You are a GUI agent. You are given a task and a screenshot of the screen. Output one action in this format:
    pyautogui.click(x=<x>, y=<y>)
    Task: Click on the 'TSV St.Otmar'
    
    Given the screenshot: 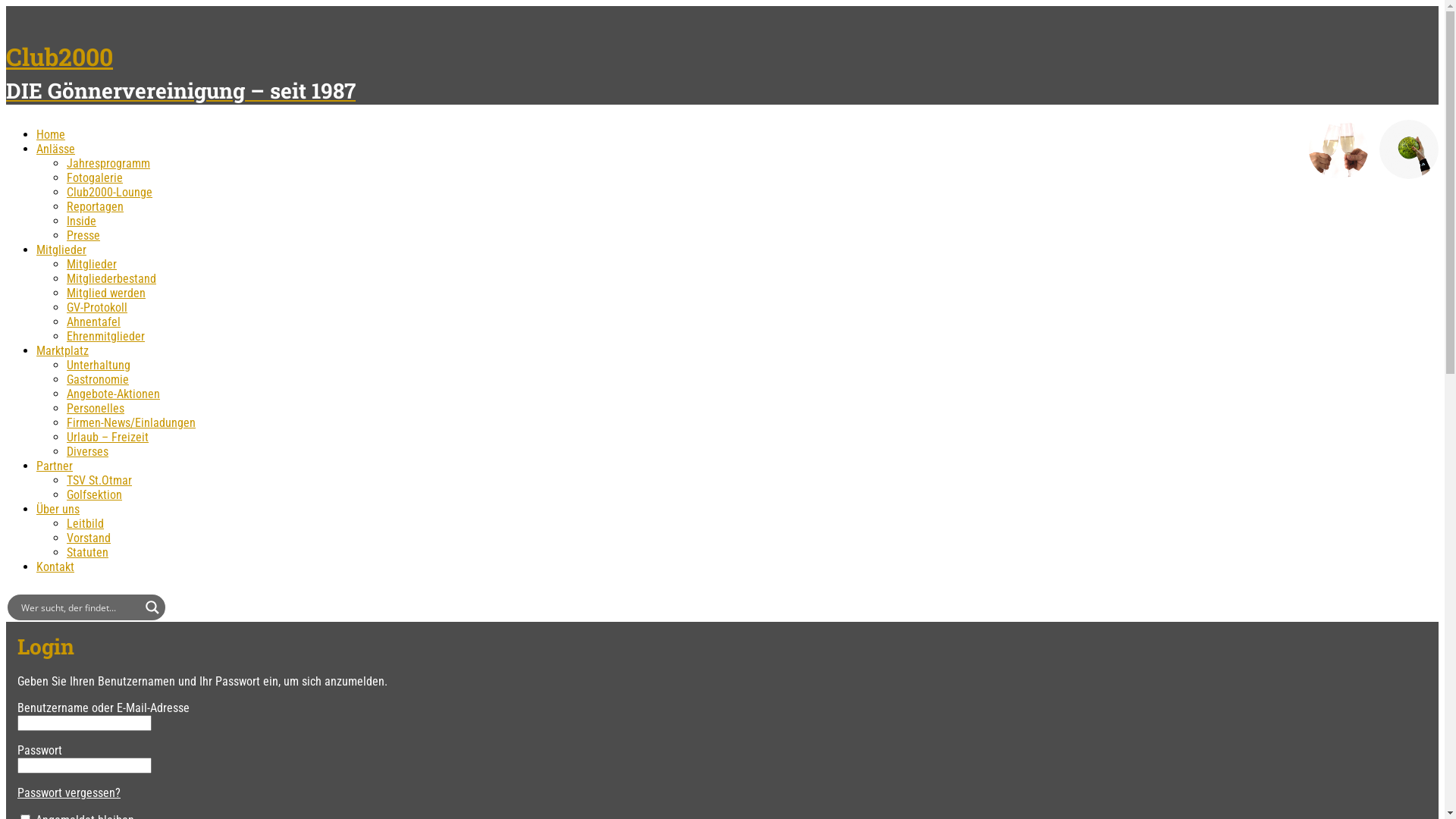 What is the action you would take?
    pyautogui.click(x=98, y=480)
    